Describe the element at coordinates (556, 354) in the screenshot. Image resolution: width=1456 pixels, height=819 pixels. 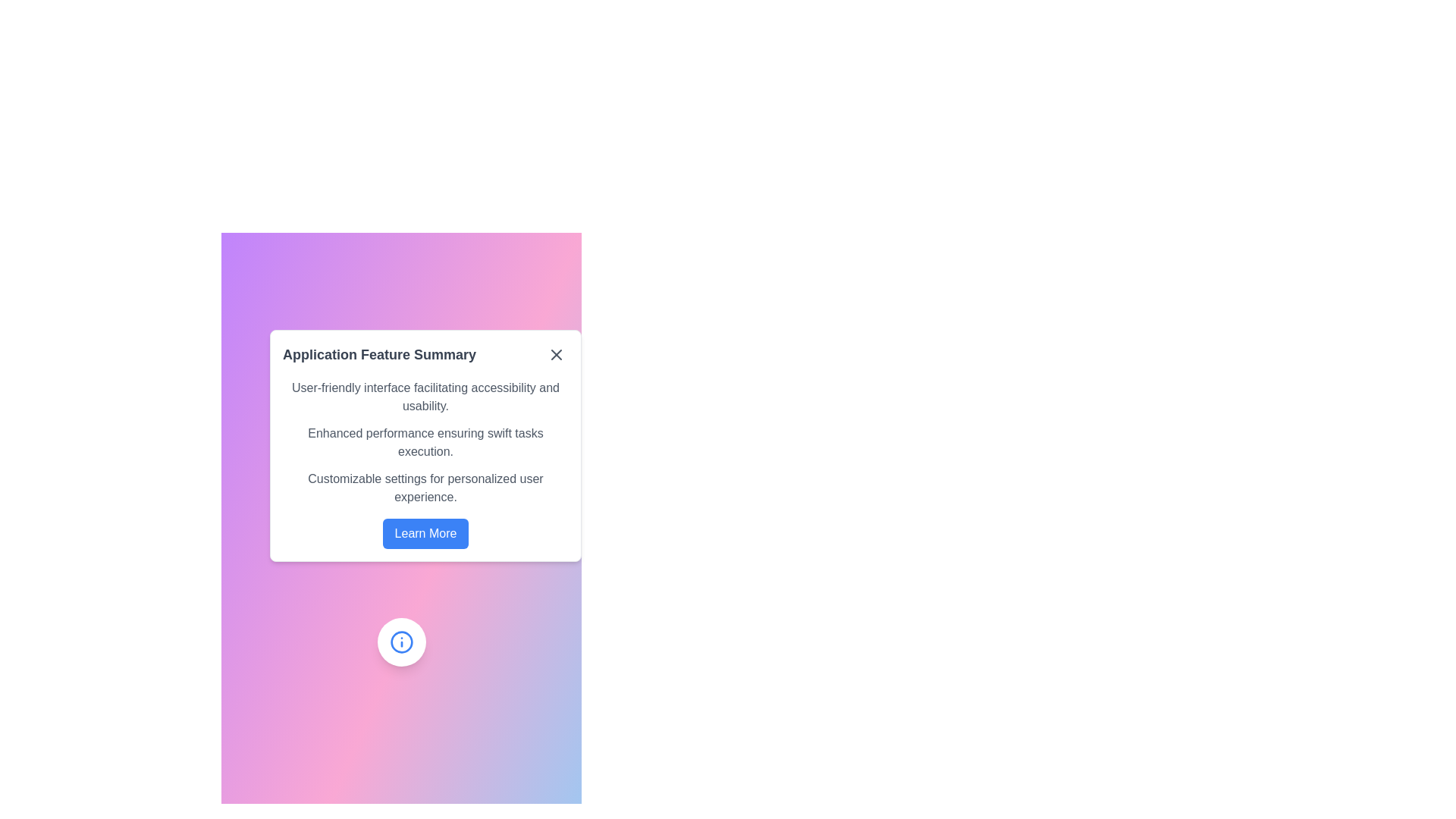
I see `the close icon located in the top-right corner of the card` at that location.